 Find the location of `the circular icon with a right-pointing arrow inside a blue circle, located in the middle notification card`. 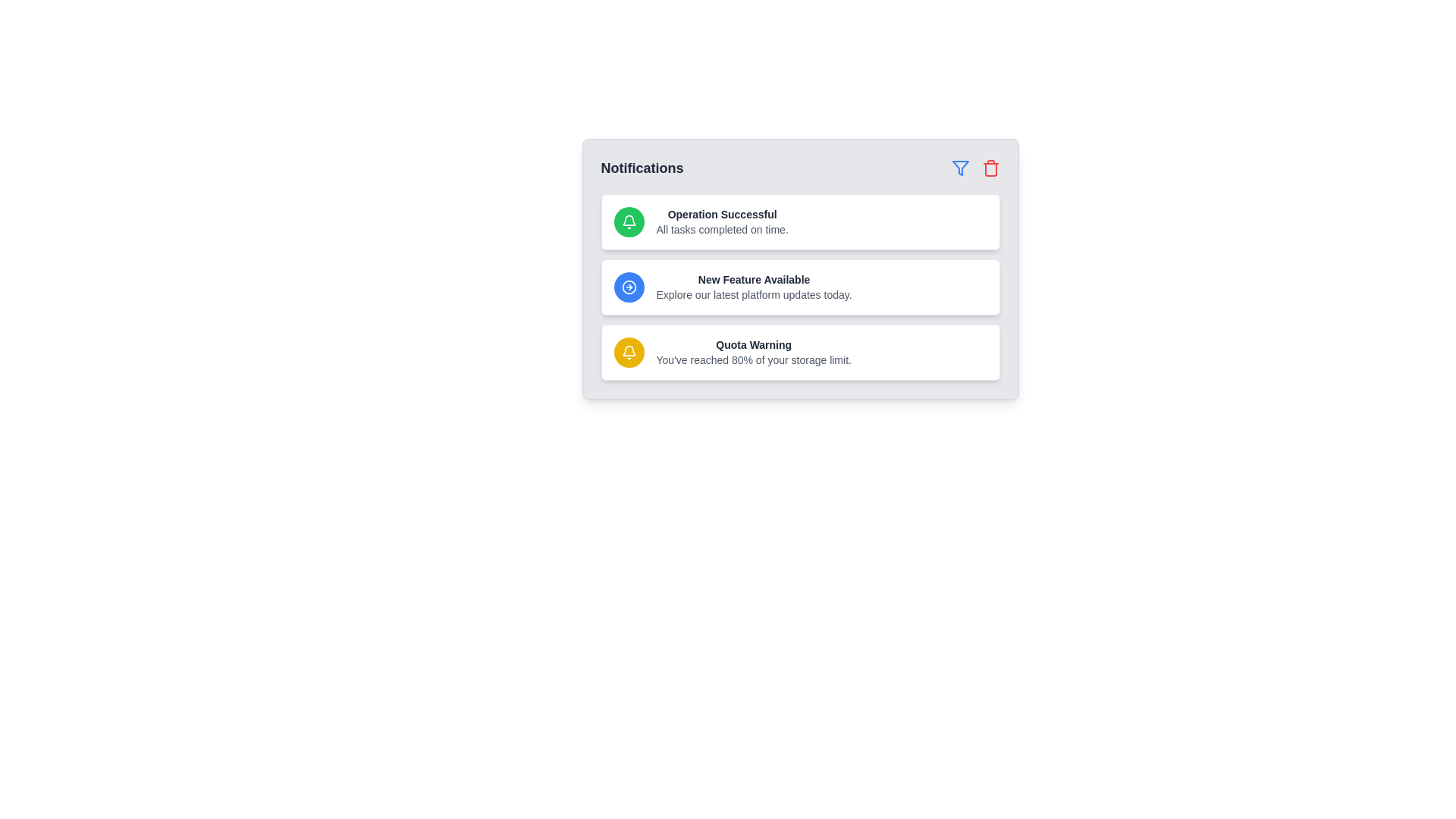

the circular icon with a right-pointing arrow inside a blue circle, located in the middle notification card is located at coordinates (629, 287).